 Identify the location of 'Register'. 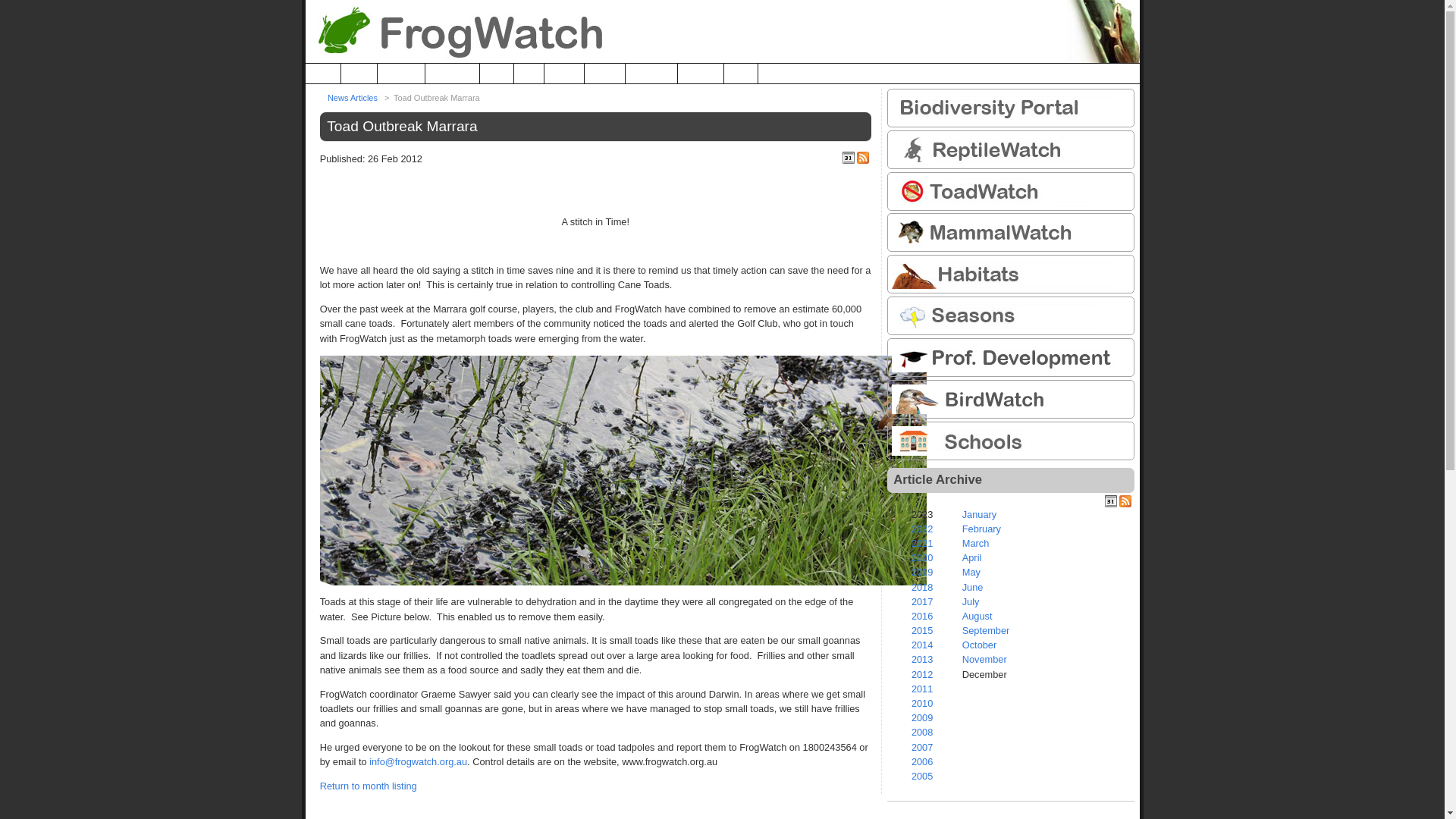
(700, 73).